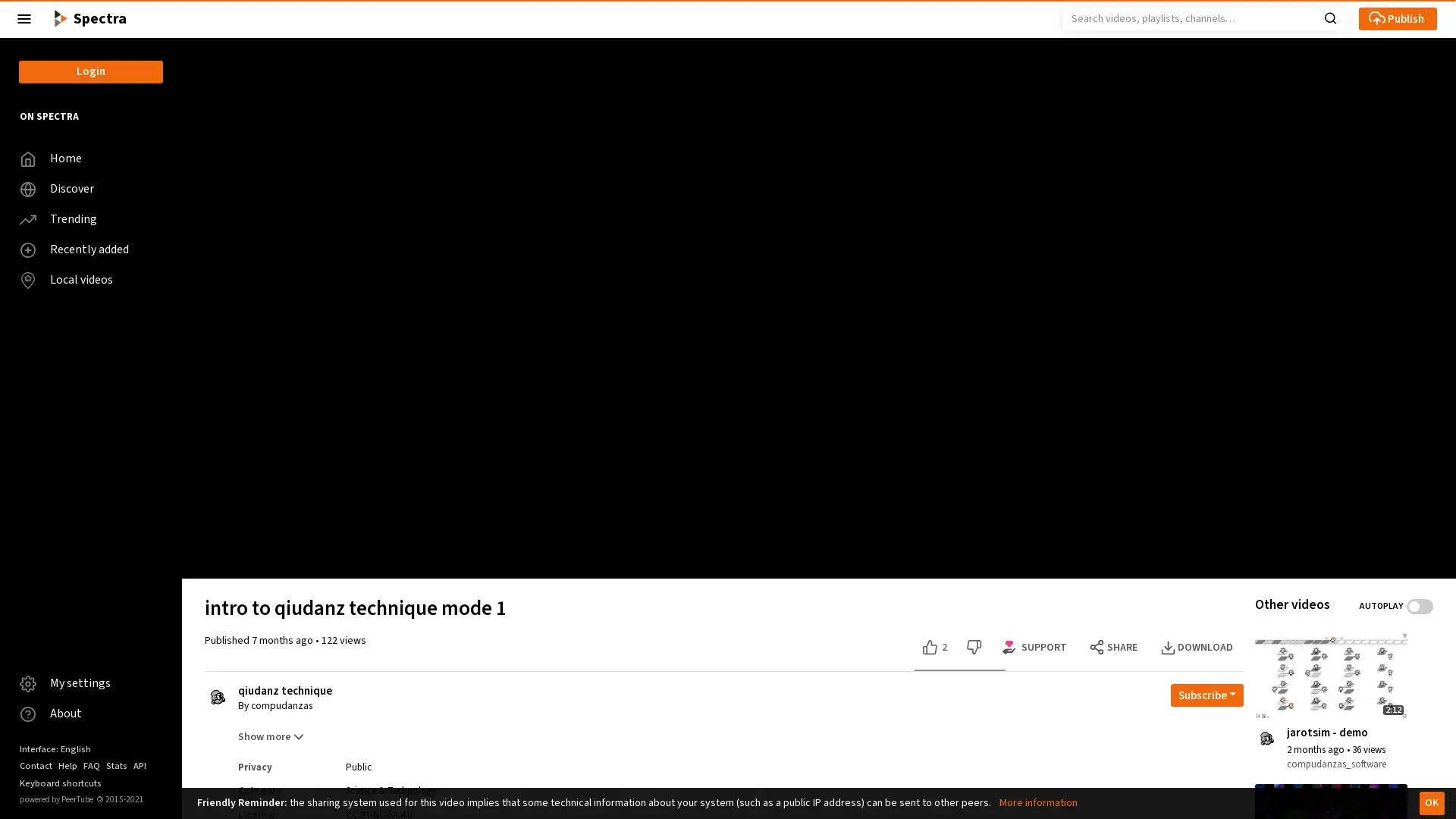 The height and width of the screenshot is (819, 1456). Describe the element at coordinates (1207, 694) in the screenshot. I see `Open subscription dropdown` at that location.